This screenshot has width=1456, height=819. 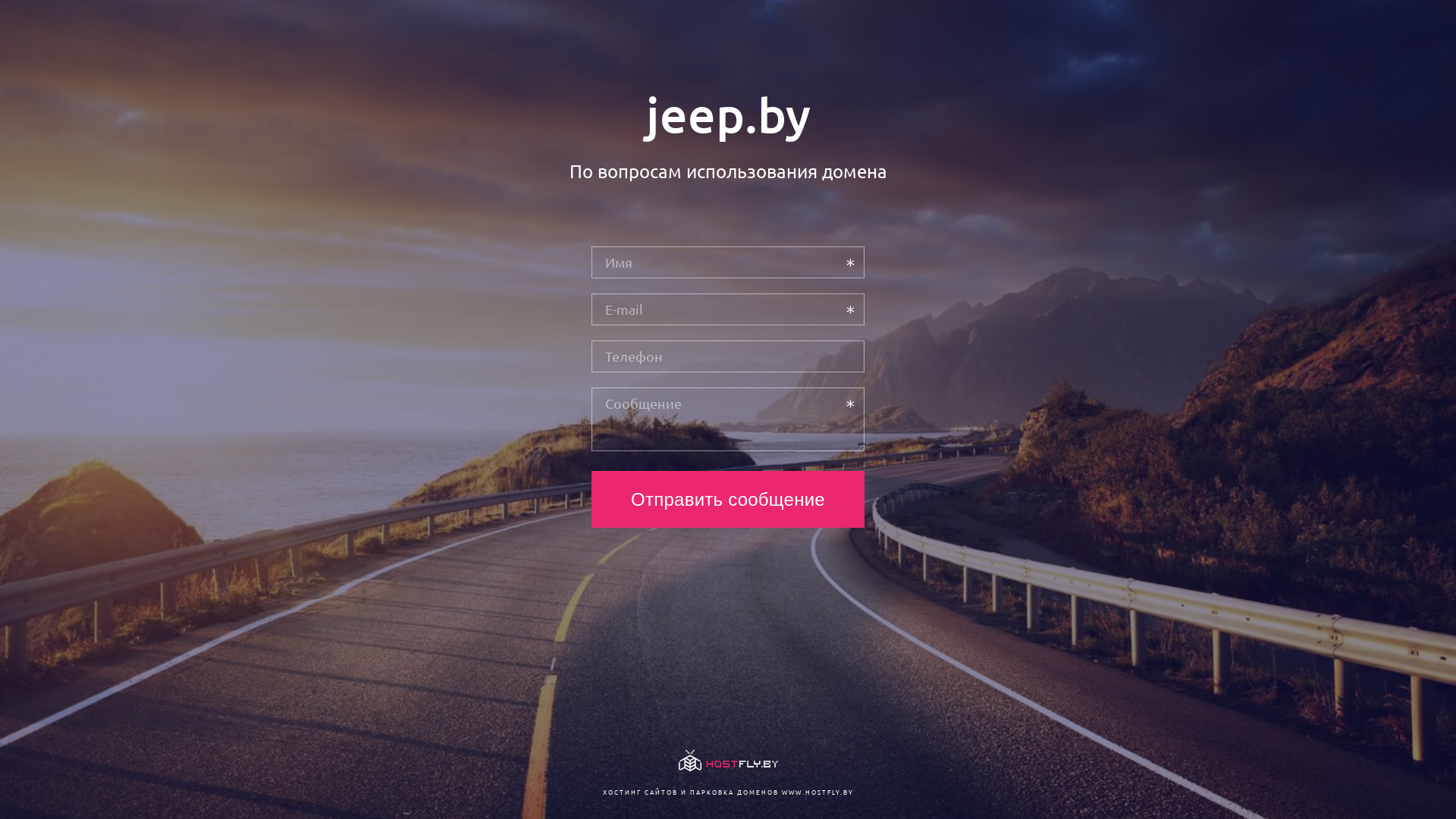 What do you see at coordinates (816, 791) in the screenshot?
I see `'WWW.HOSTFLY.BY'` at bounding box center [816, 791].